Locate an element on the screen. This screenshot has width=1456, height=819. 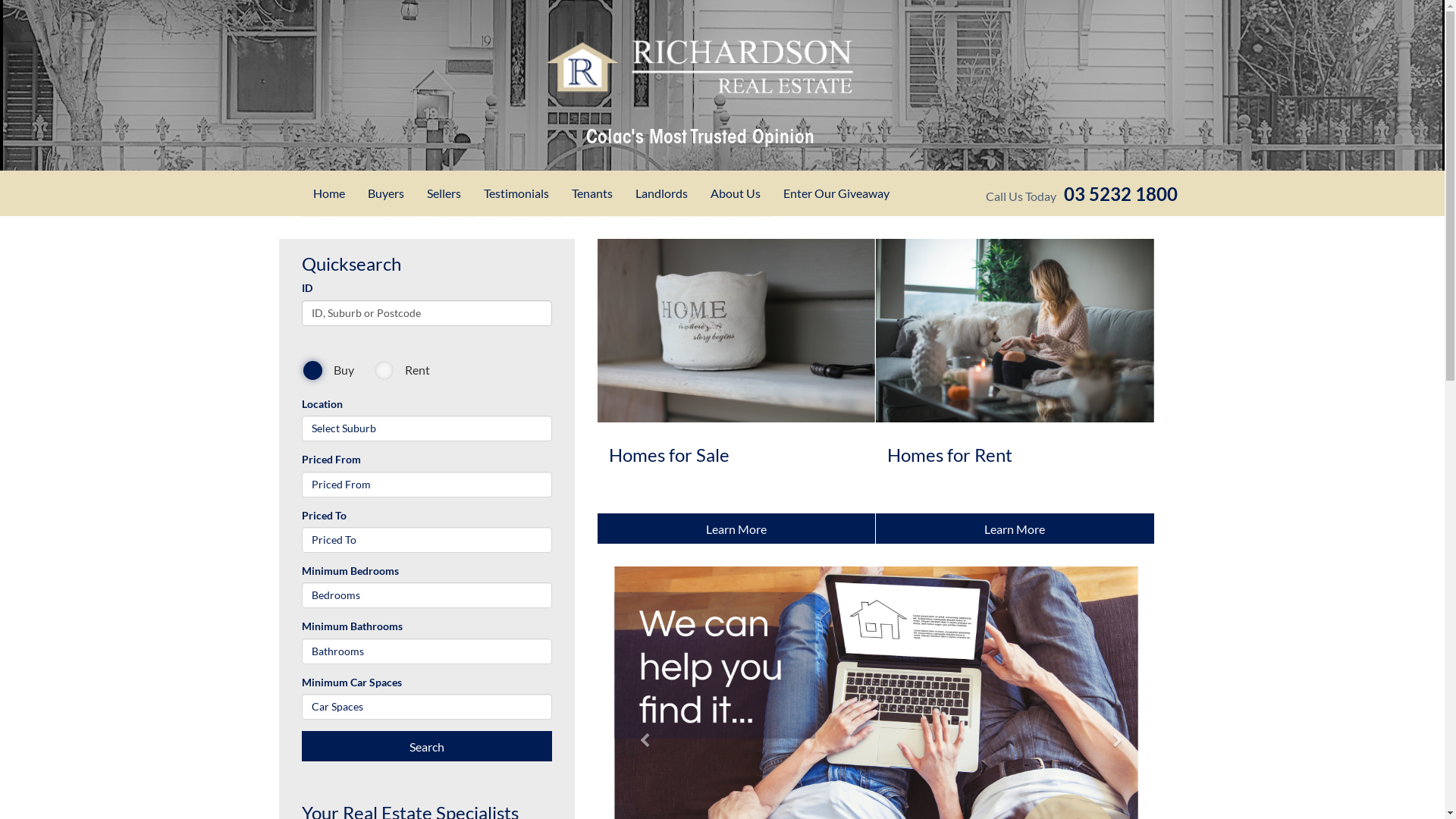
'Landlords' is located at coordinates (661, 192).